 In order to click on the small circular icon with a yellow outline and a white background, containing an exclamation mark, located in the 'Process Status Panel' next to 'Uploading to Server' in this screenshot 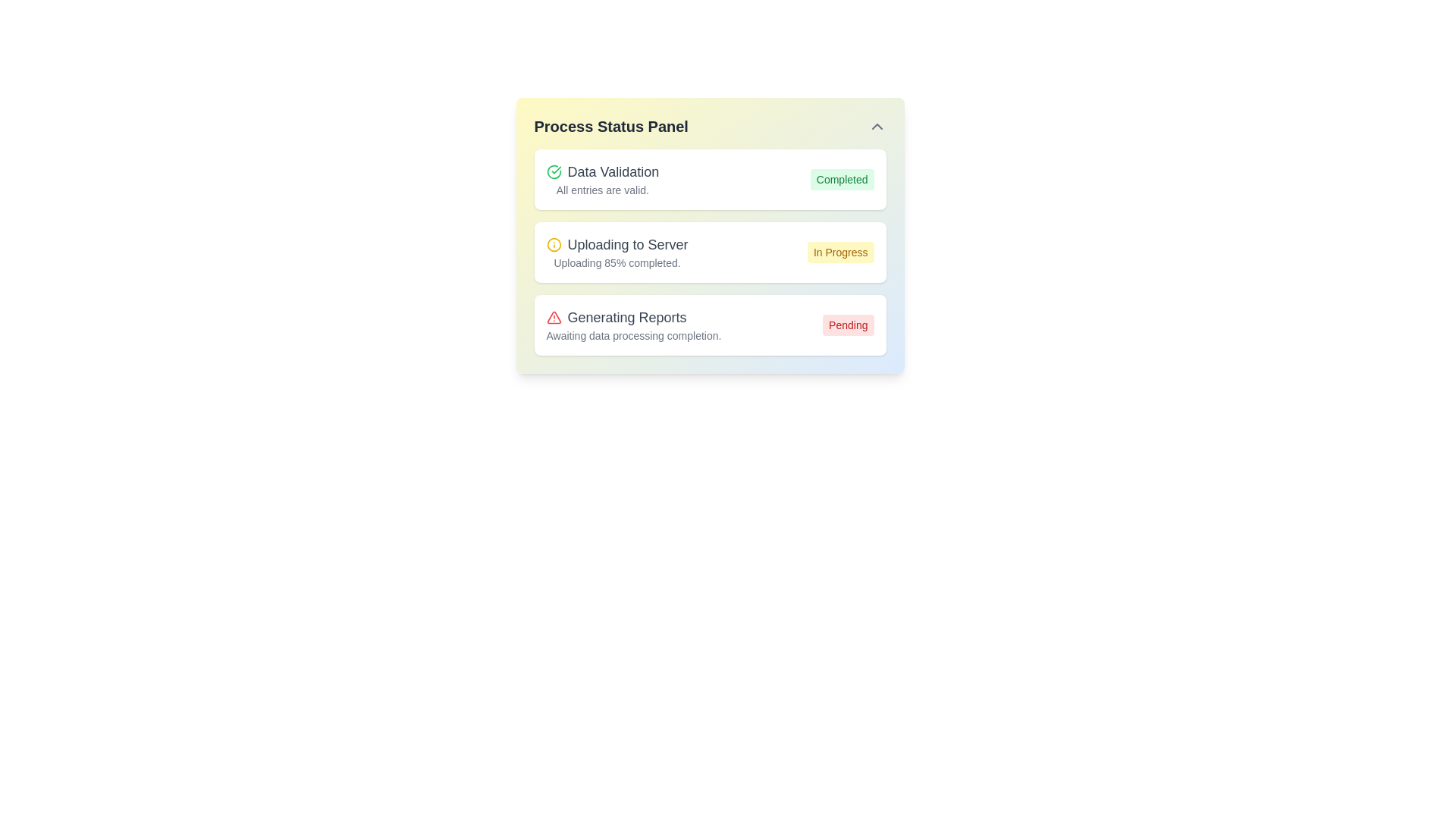, I will do `click(553, 244)`.